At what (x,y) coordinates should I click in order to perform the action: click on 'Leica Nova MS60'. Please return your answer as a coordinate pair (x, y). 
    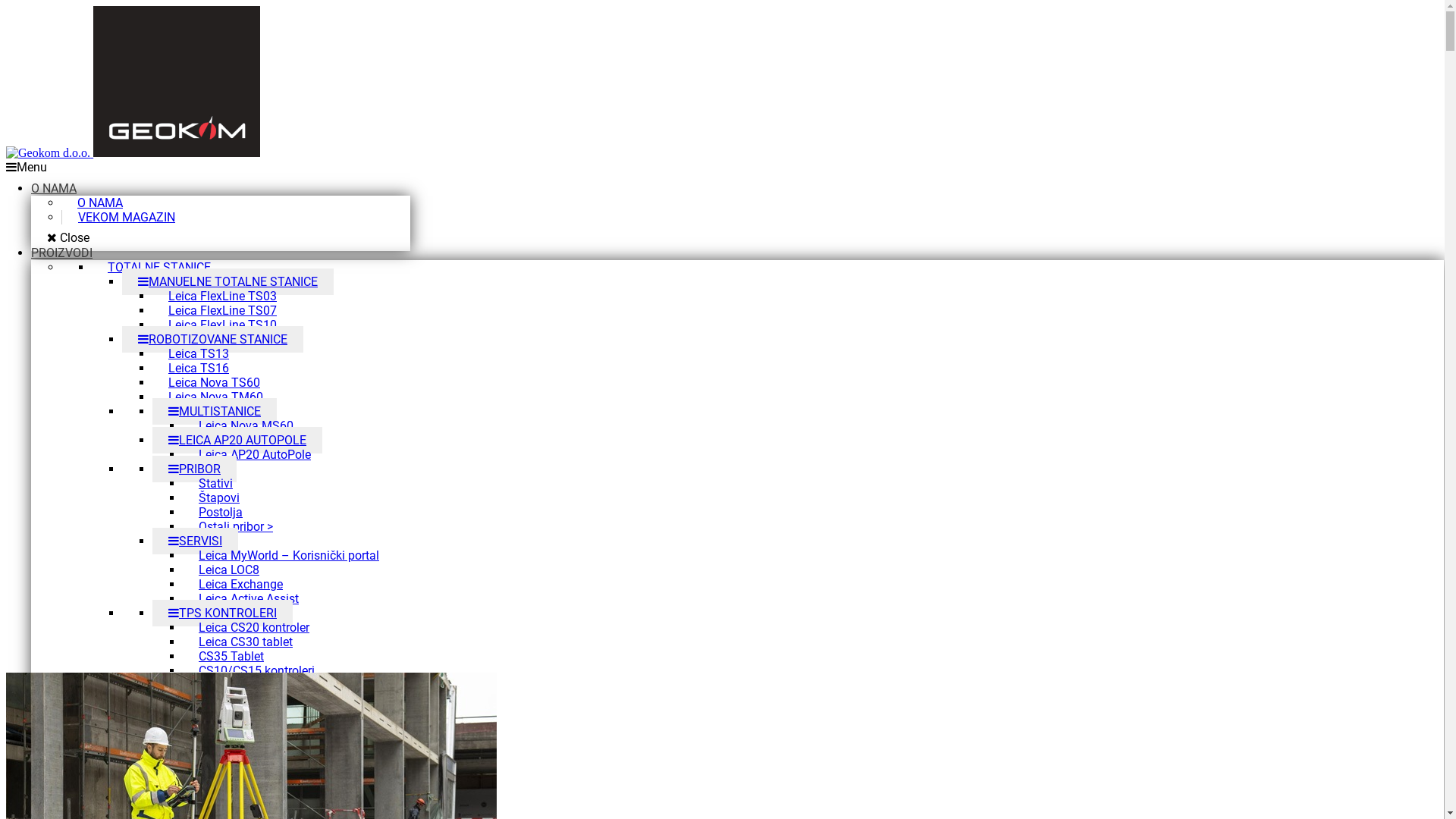
    Looking at the image, I should click on (246, 425).